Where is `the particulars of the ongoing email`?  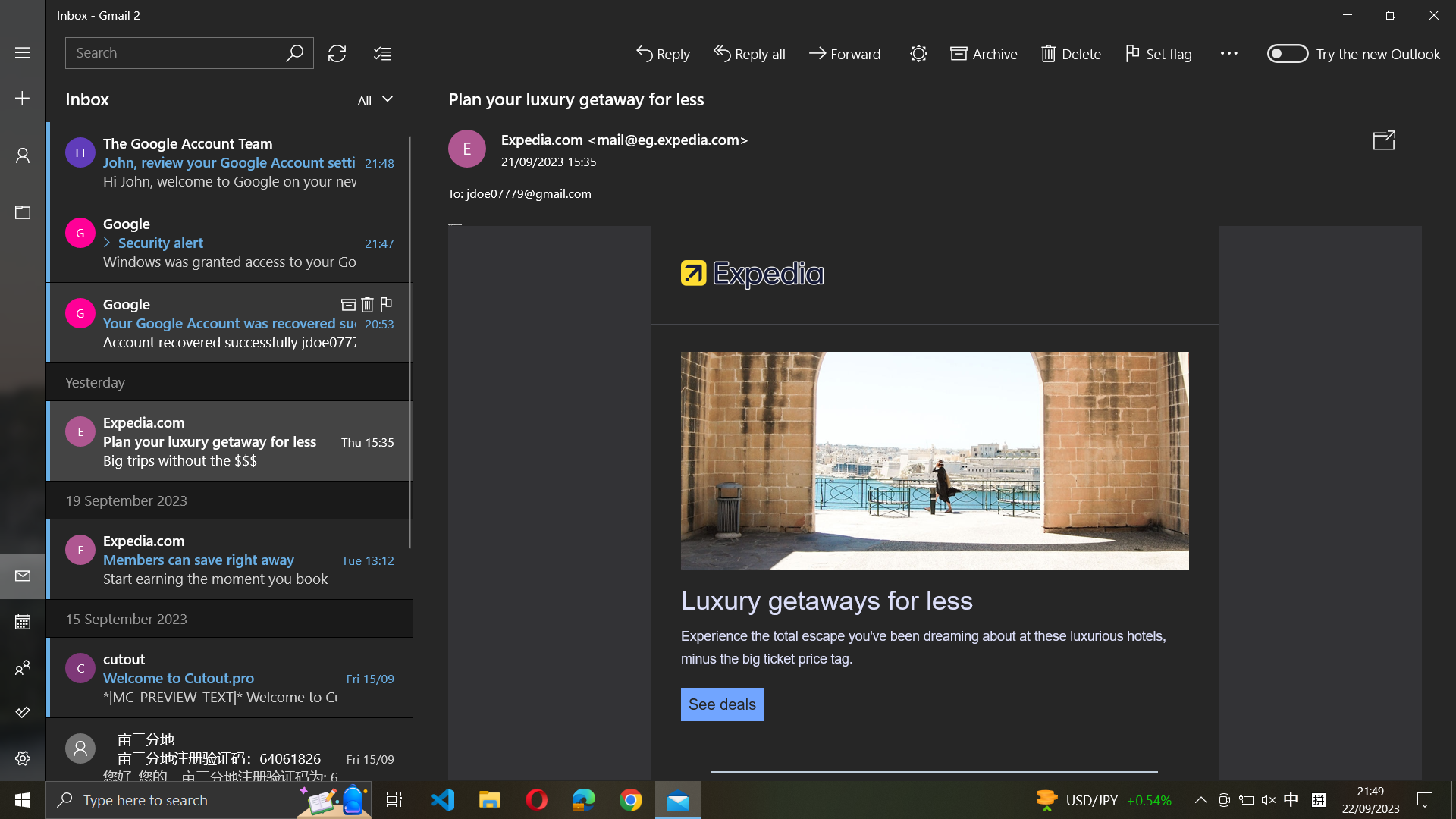
the particulars of the ongoing email is located at coordinates (721, 703).